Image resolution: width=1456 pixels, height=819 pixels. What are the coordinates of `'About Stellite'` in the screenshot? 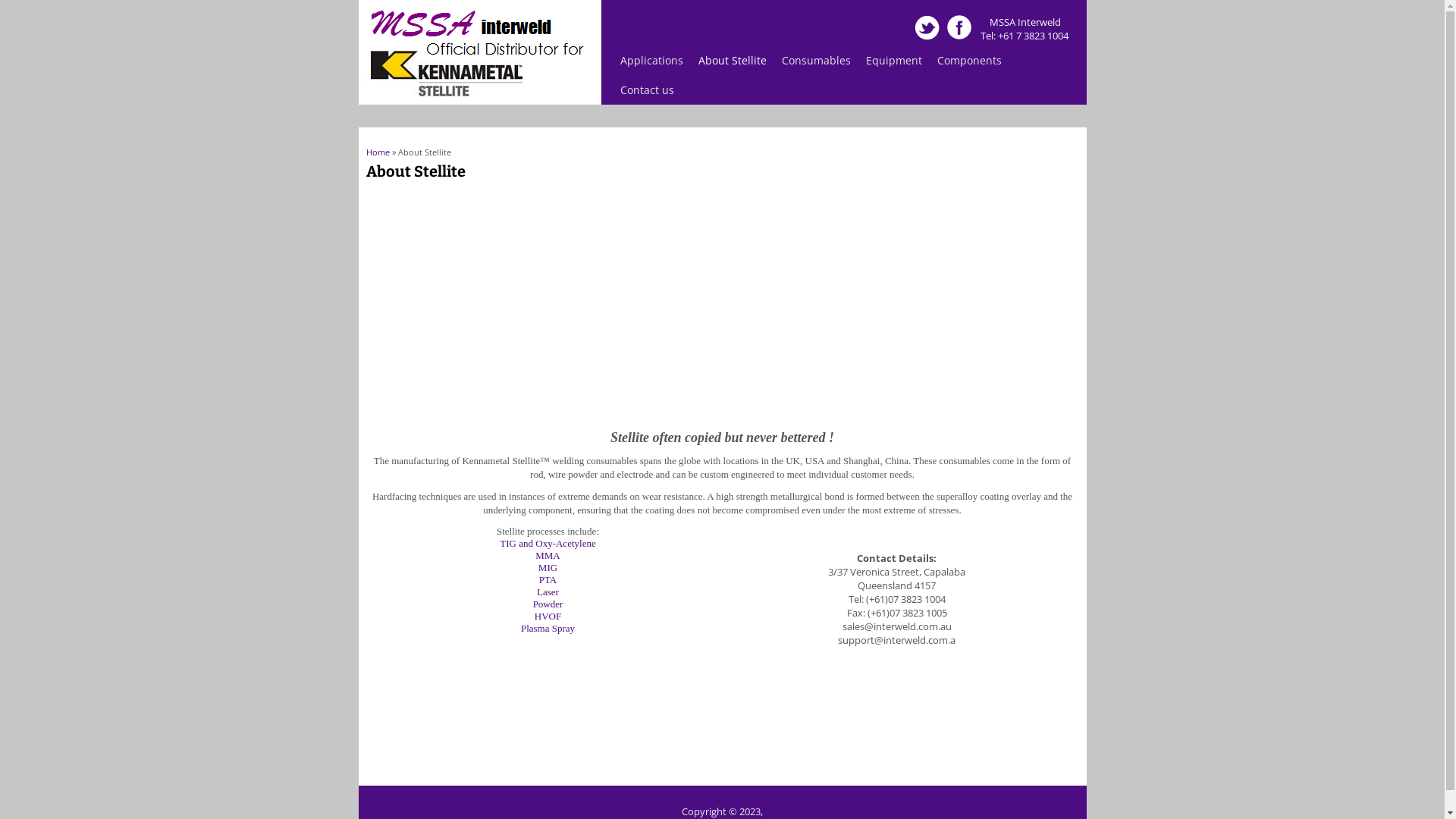 It's located at (689, 59).